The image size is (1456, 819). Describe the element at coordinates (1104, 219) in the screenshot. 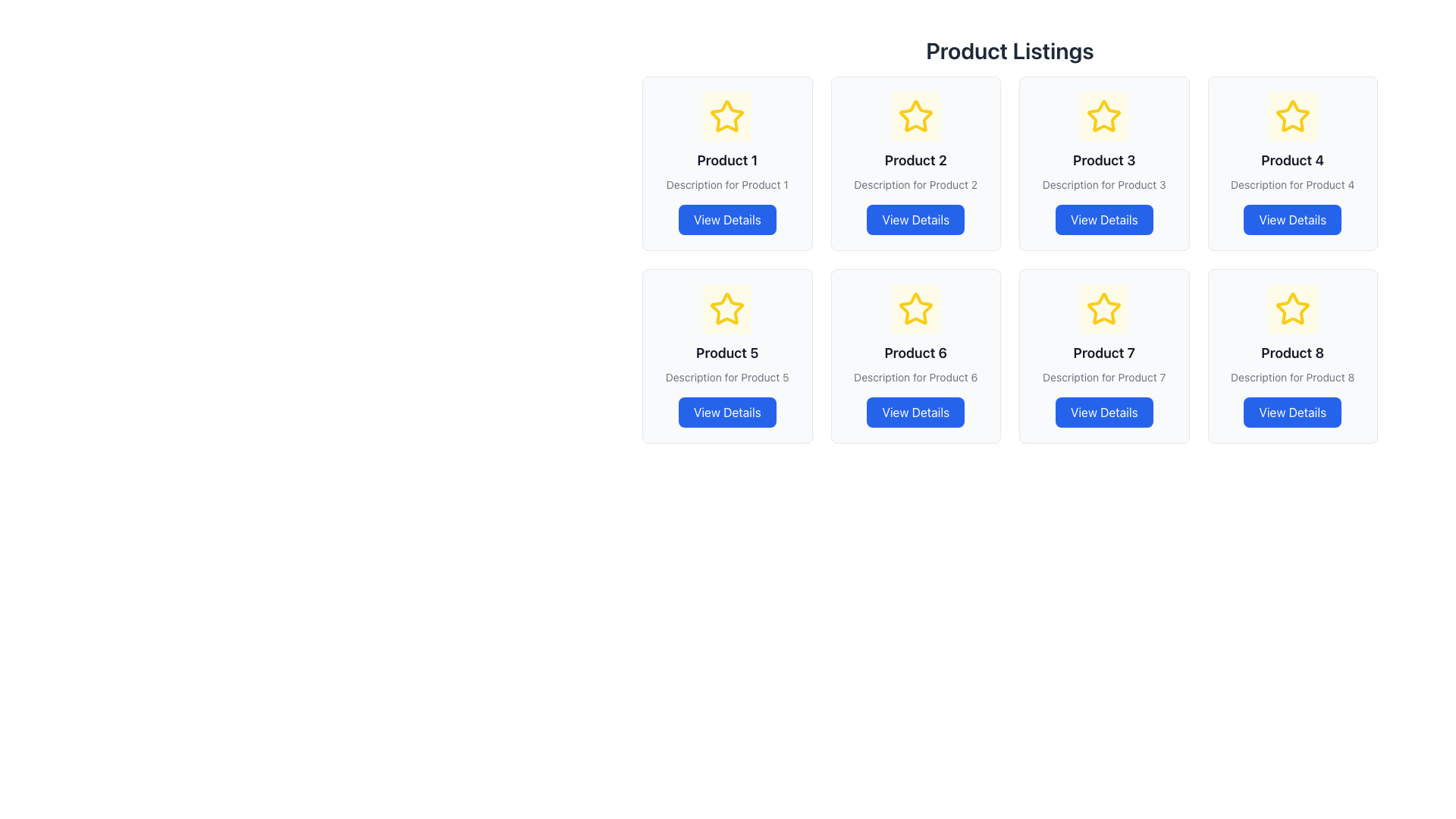

I see `the 'View Details' button with a blue background and white text located in the card labeled 'Product 3'` at that location.